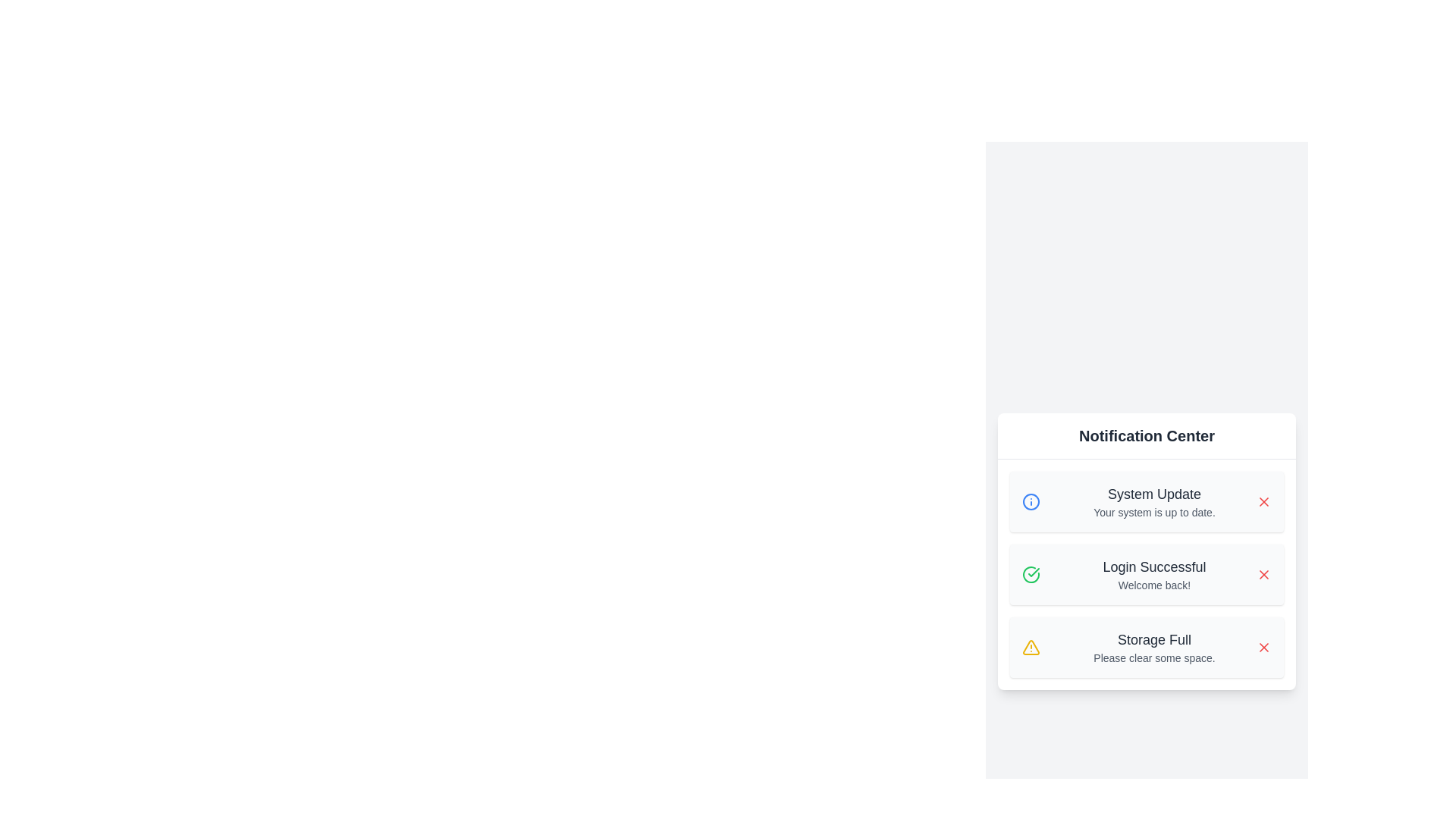 This screenshot has height=819, width=1456. What do you see at coordinates (1031, 574) in the screenshot?
I see `the visual state of the circular icon with a green border and a green checkmark, located in the 'Notification Center' next to the 'Login Successful' text` at bounding box center [1031, 574].